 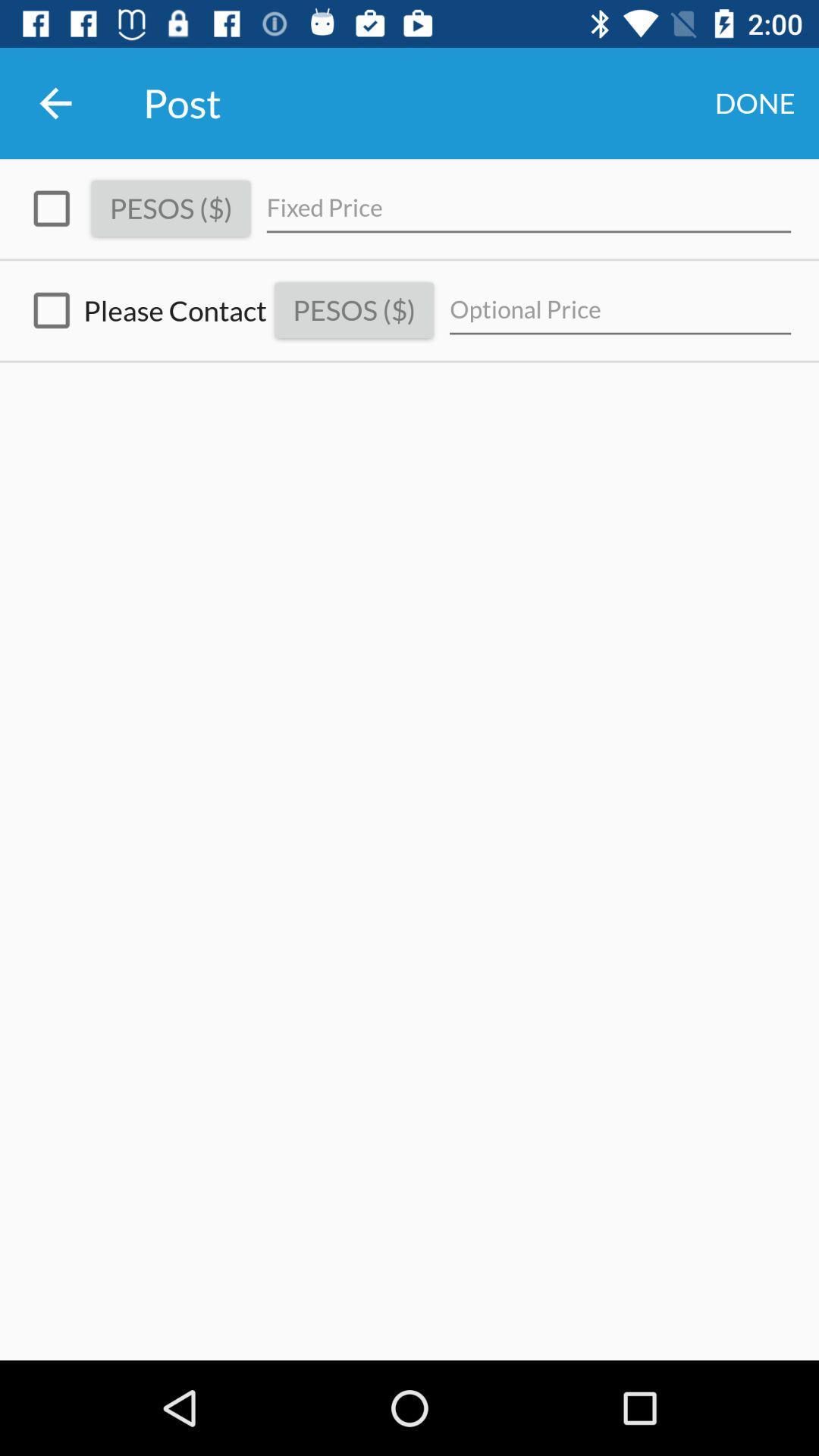 I want to click on optional price, so click(x=620, y=309).